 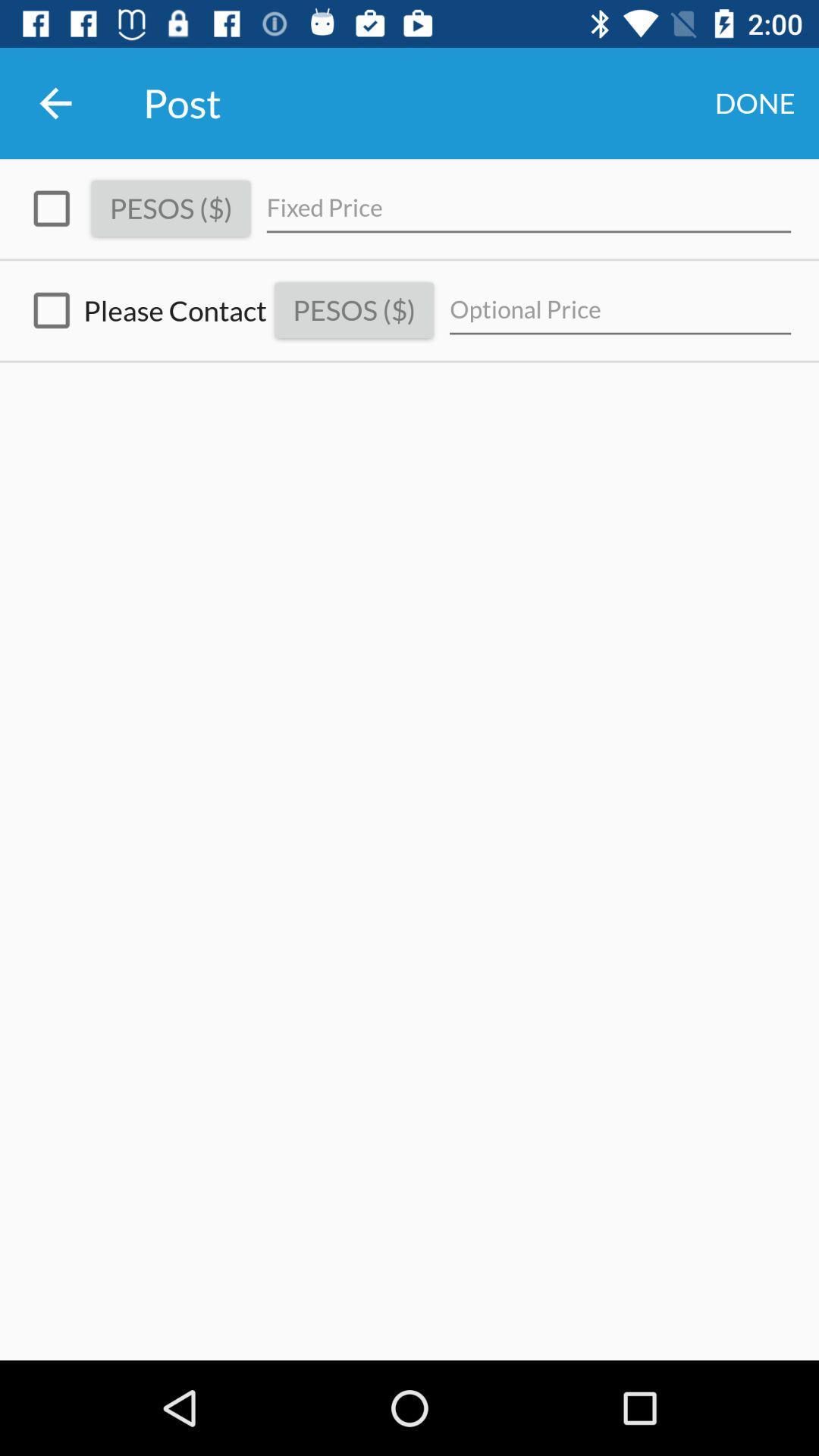 I want to click on optional price, so click(x=620, y=309).